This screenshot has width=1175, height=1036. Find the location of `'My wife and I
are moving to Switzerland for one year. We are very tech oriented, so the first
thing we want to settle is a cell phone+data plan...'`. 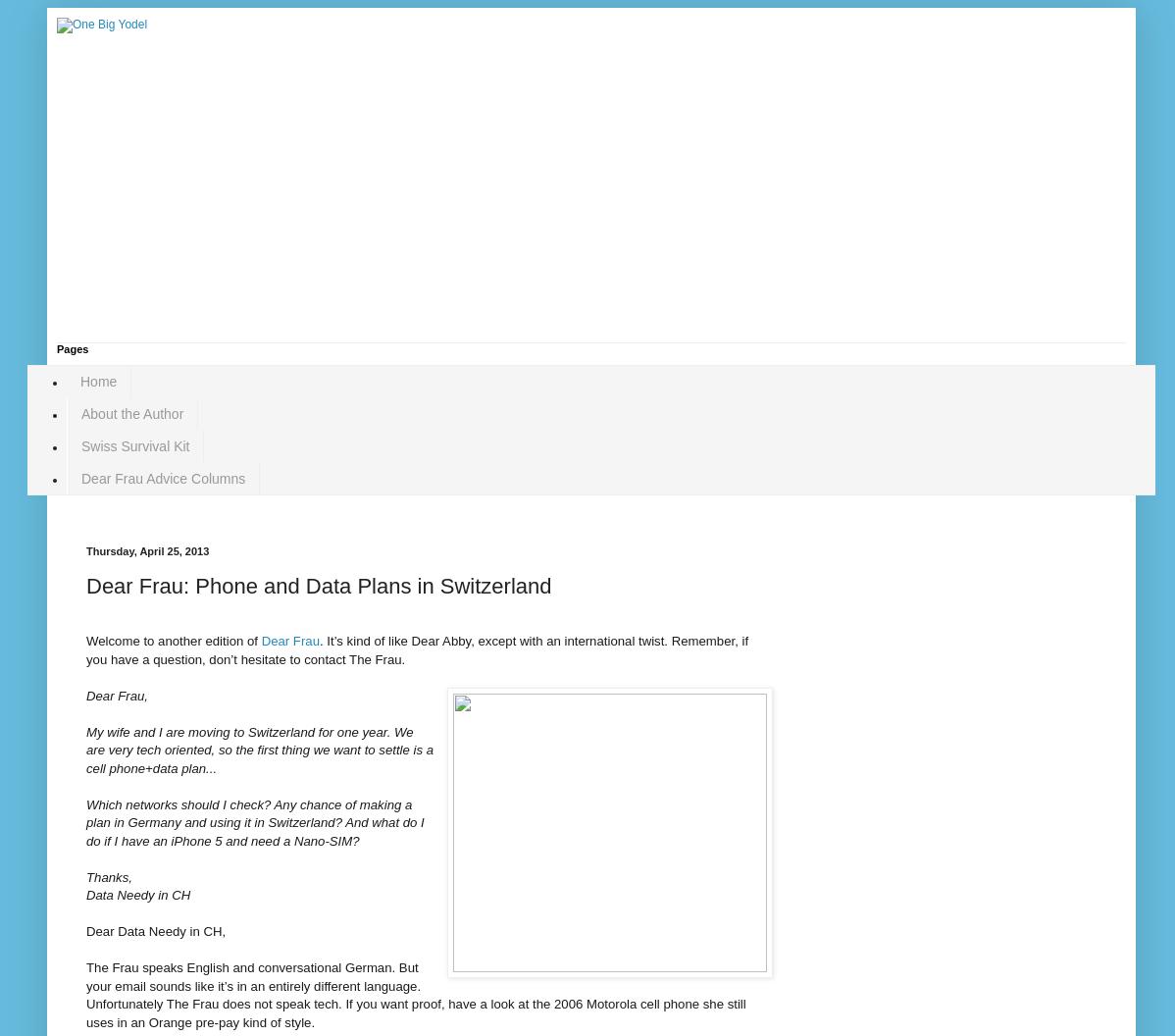

'My wife and I
are moving to Switzerland for one year. We are very tech oriented, so the first
thing we want to settle is a cell phone+data plan...' is located at coordinates (259, 749).